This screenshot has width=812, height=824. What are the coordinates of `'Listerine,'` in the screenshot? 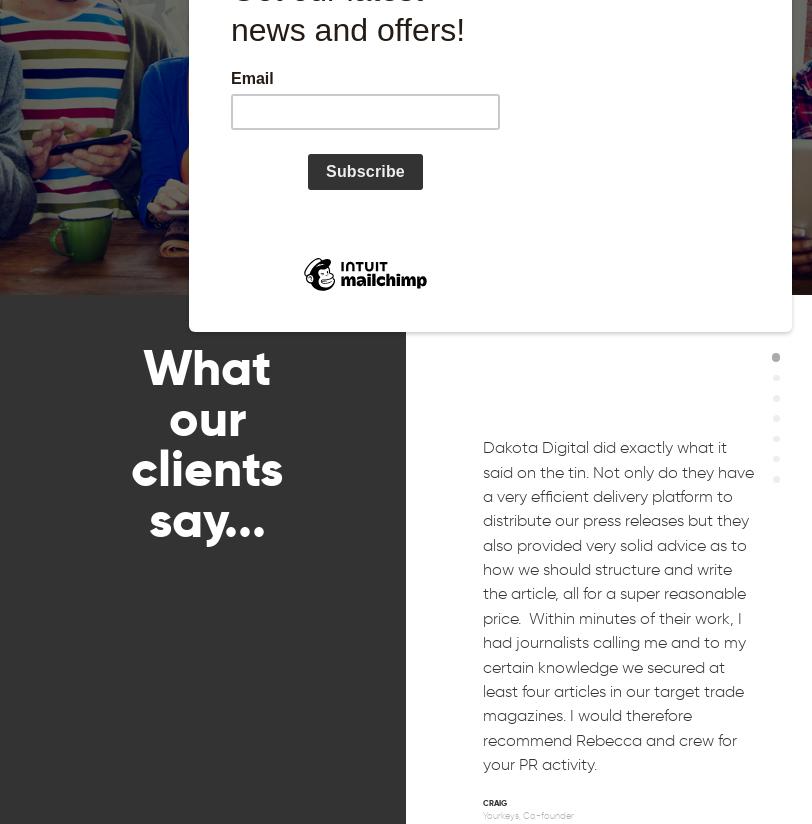 It's located at (499, 12).